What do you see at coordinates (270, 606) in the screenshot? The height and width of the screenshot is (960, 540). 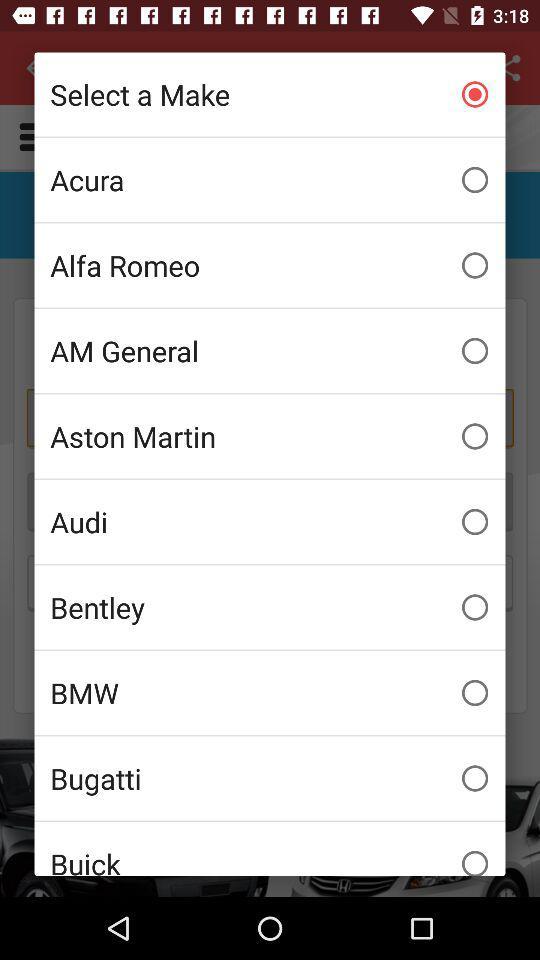 I see `the icon below audi icon` at bounding box center [270, 606].